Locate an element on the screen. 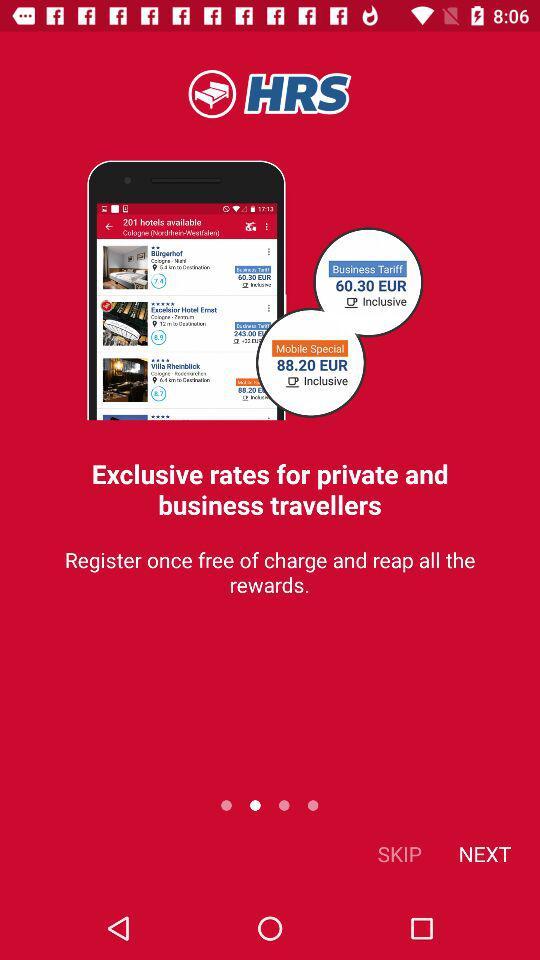 The width and height of the screenshot is (540, 960). the item to the left of next is located at coordinates (399, 852).